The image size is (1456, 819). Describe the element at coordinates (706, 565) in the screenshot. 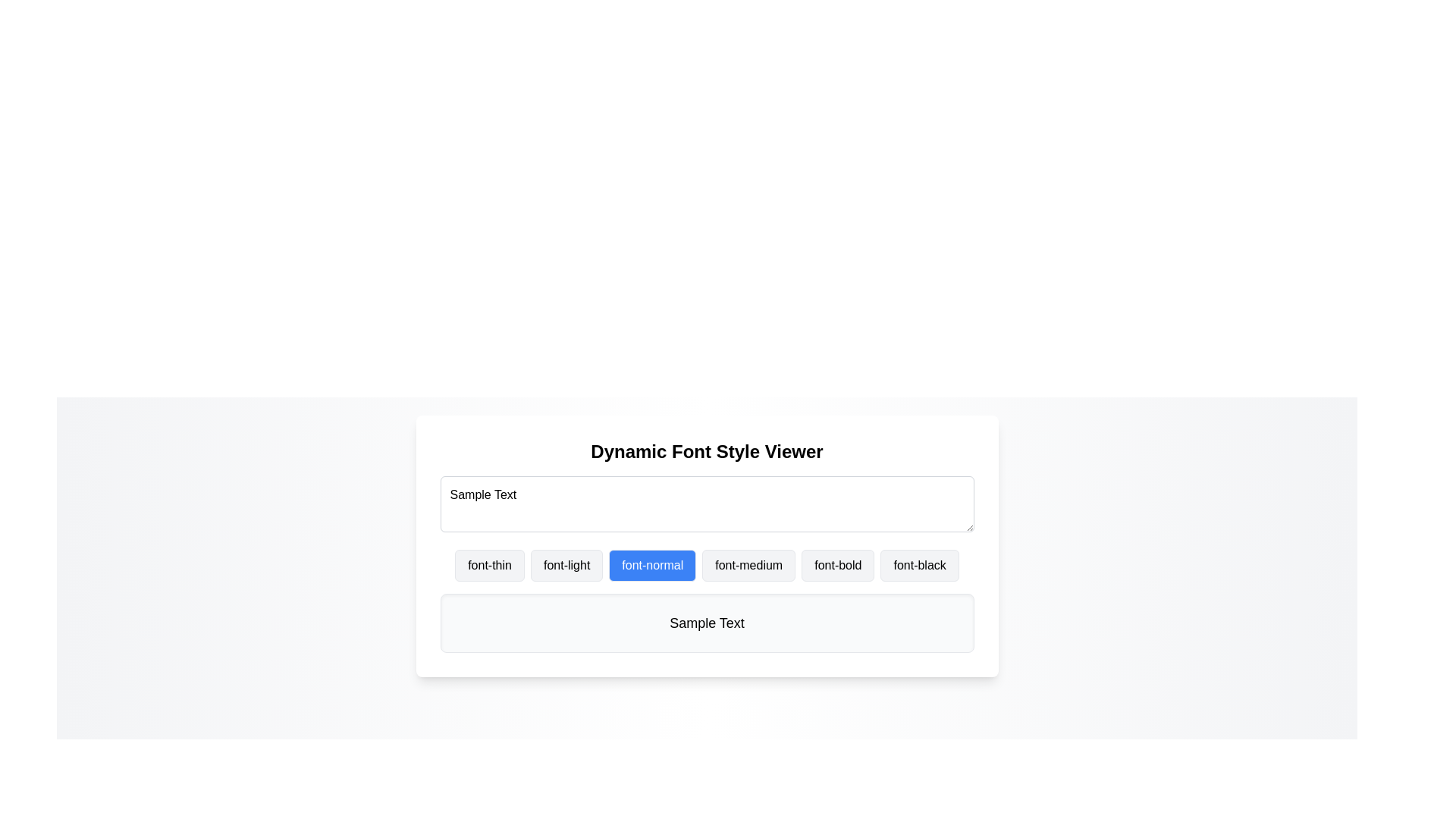

I see `one of the buttons in the horizontal font style selector located centrally below the 'Sample Text' area` at that location.